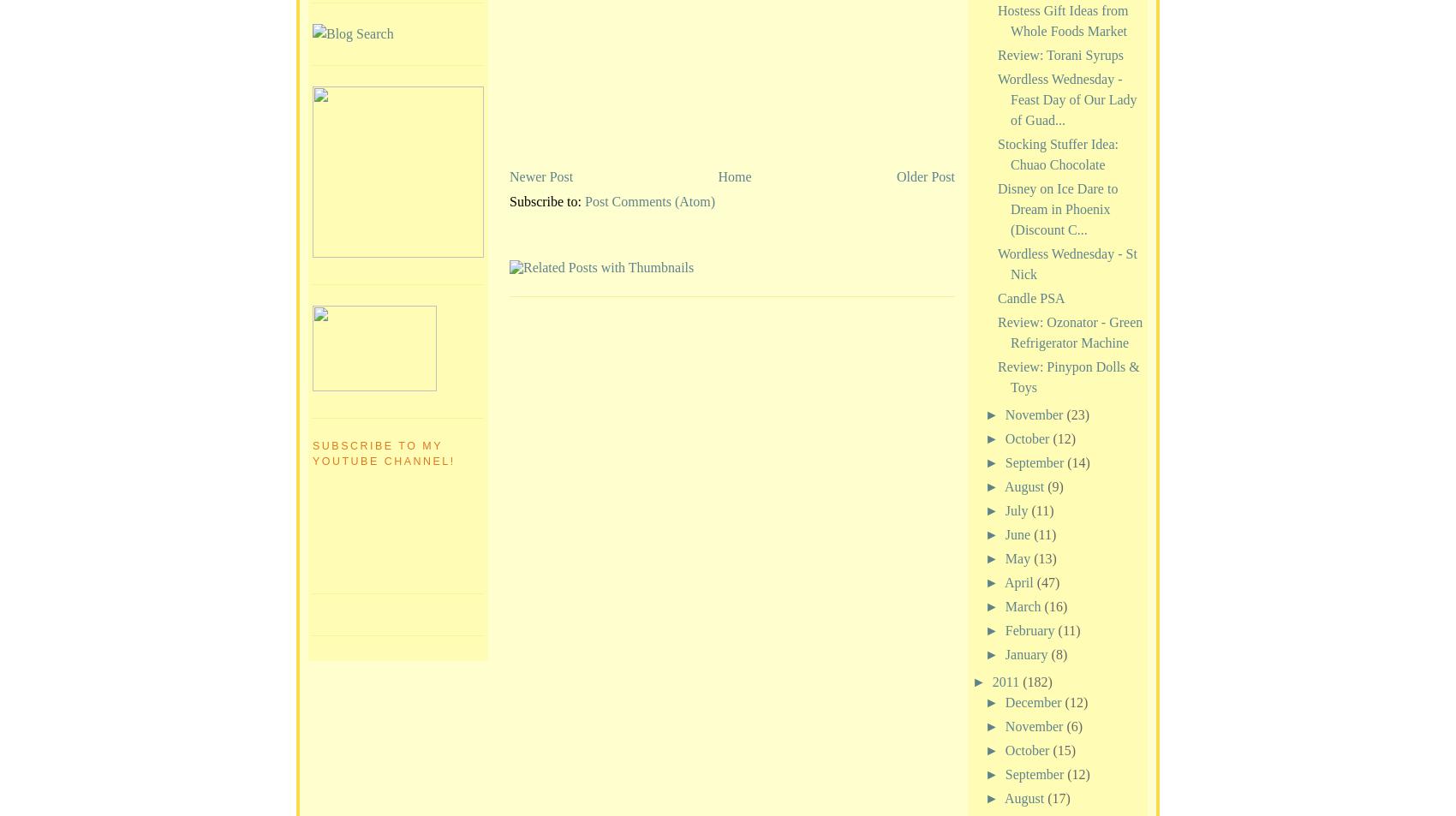  I want to click on 'Review: Pinypon Dolls & Toys', so click(1067, 375).